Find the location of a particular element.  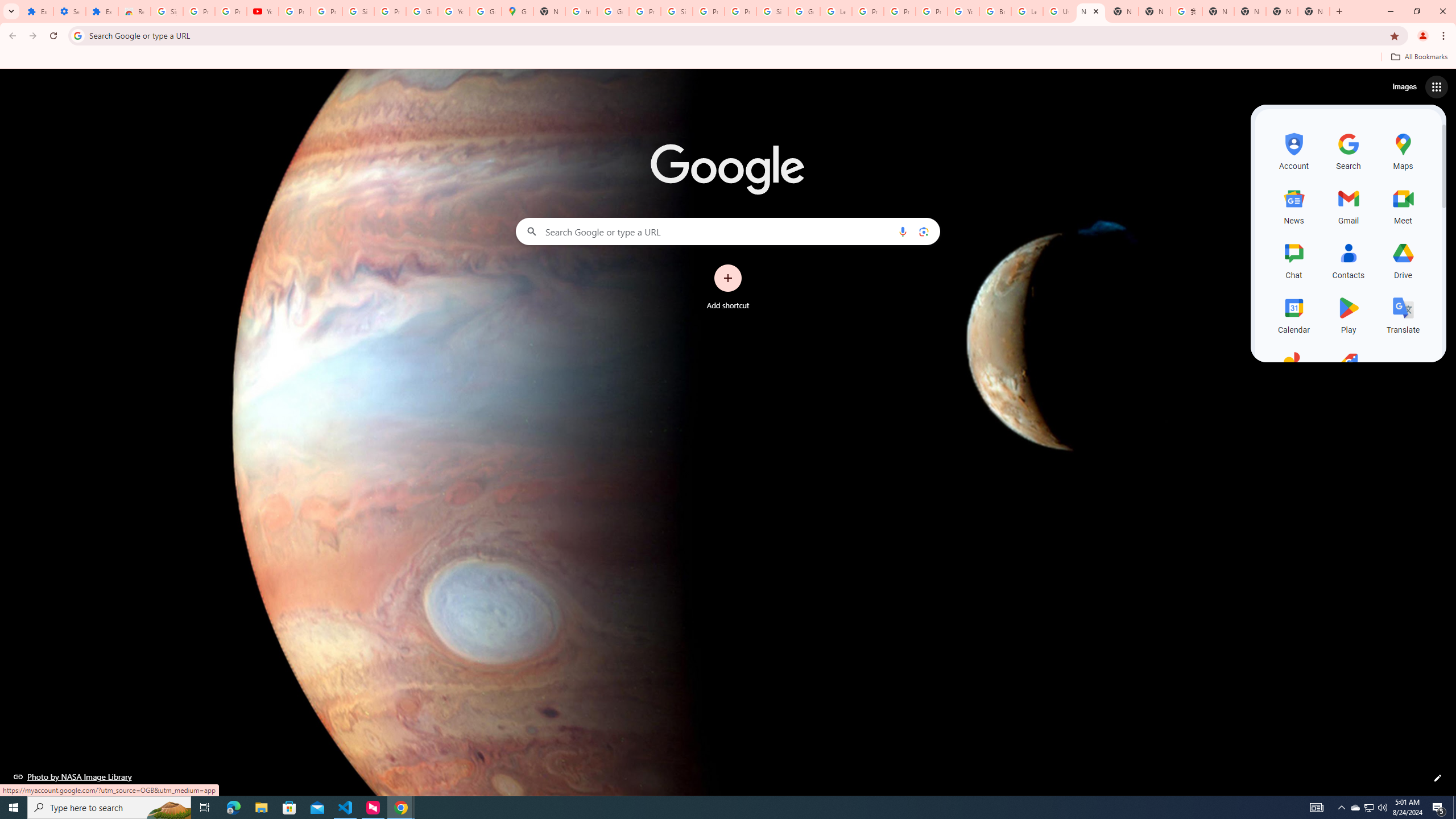

'News, row 2 of 5 and column 1 of 3 in the first section' is located at coordinates (1293, 205).